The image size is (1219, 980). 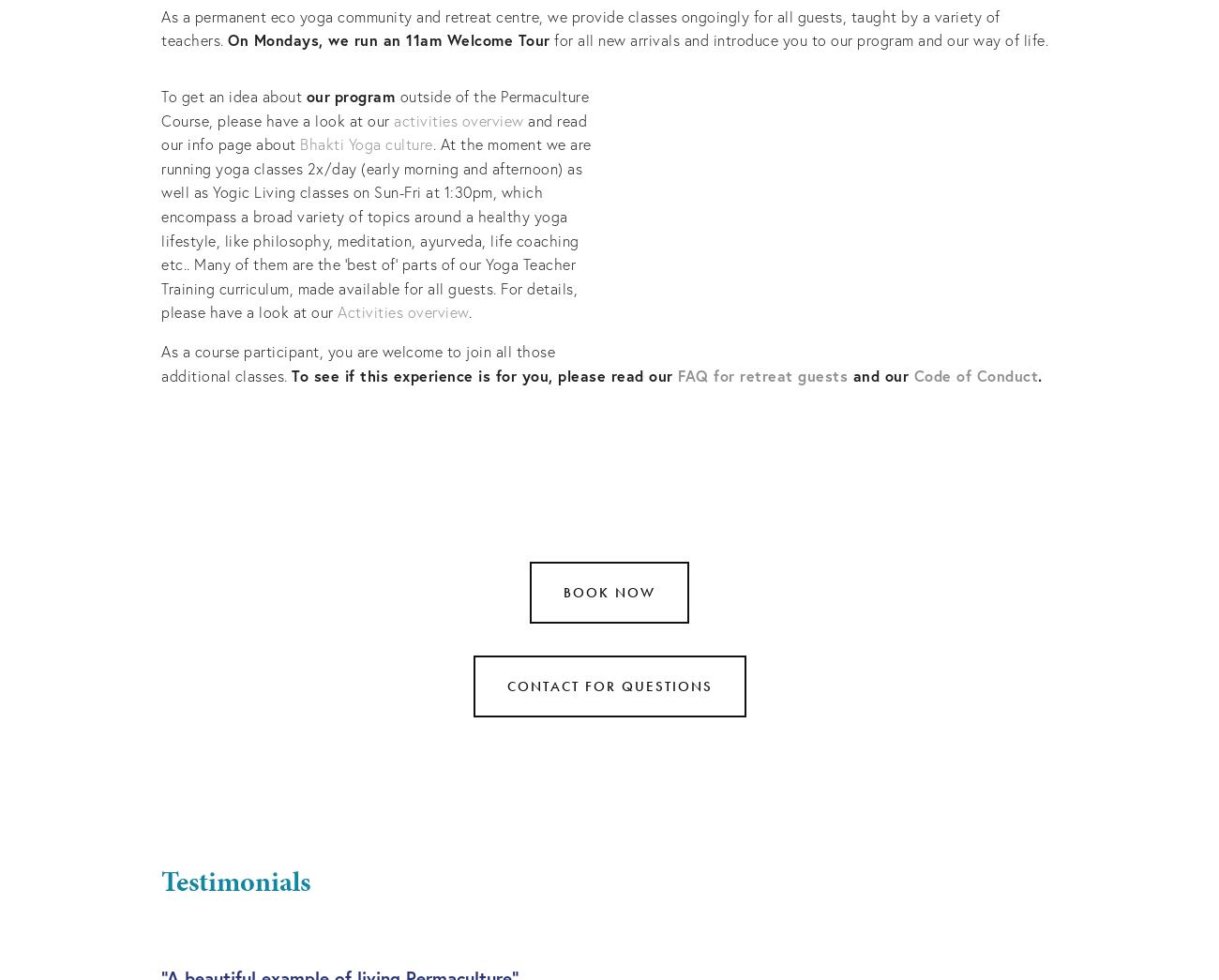 What do you see at coordinates (160, 96) in the screenshot?
I see `'To get an idea about'` at bounding box center [160, 96].